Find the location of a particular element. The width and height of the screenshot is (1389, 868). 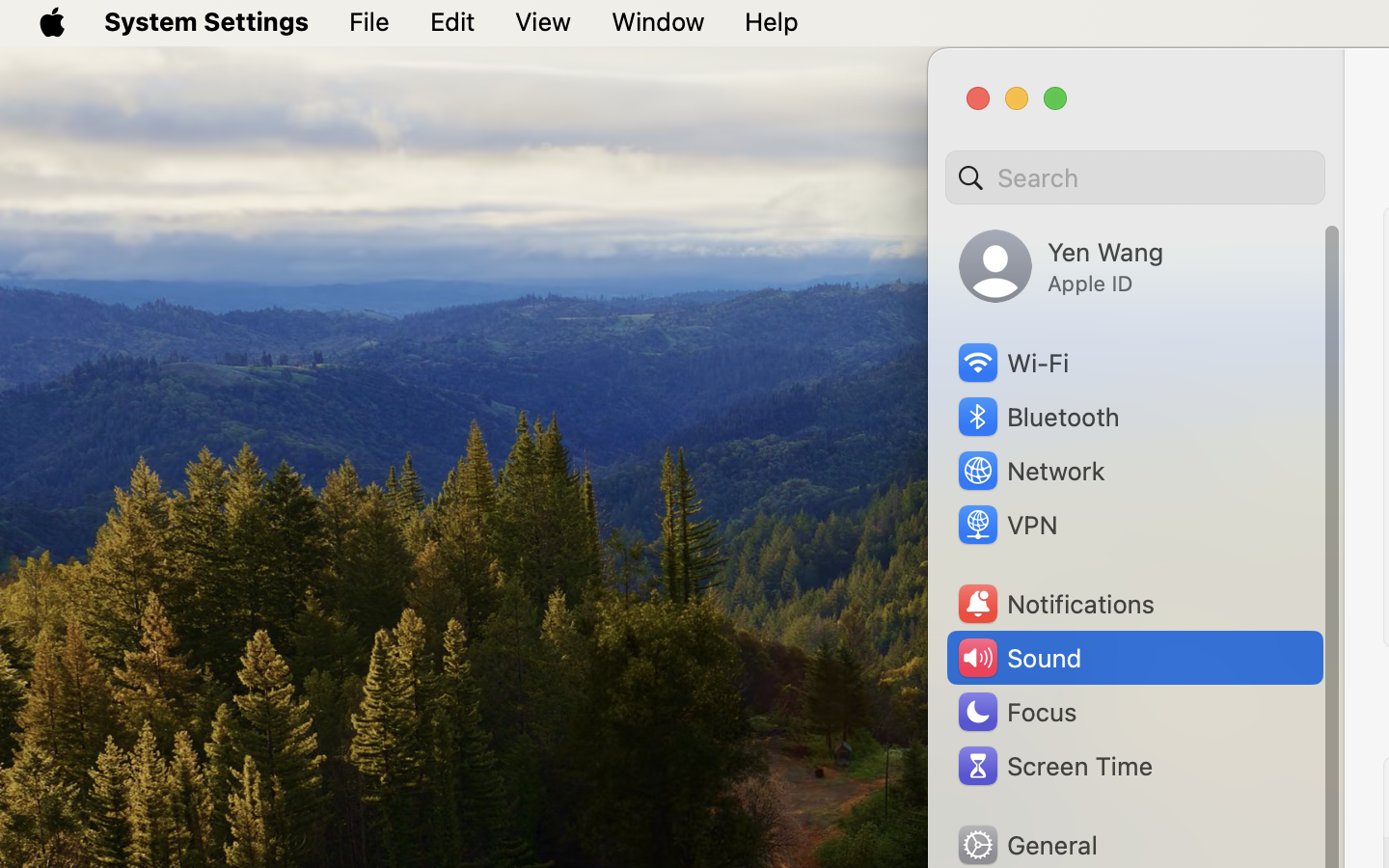

'Network' is located at coordinates (1030, 469).